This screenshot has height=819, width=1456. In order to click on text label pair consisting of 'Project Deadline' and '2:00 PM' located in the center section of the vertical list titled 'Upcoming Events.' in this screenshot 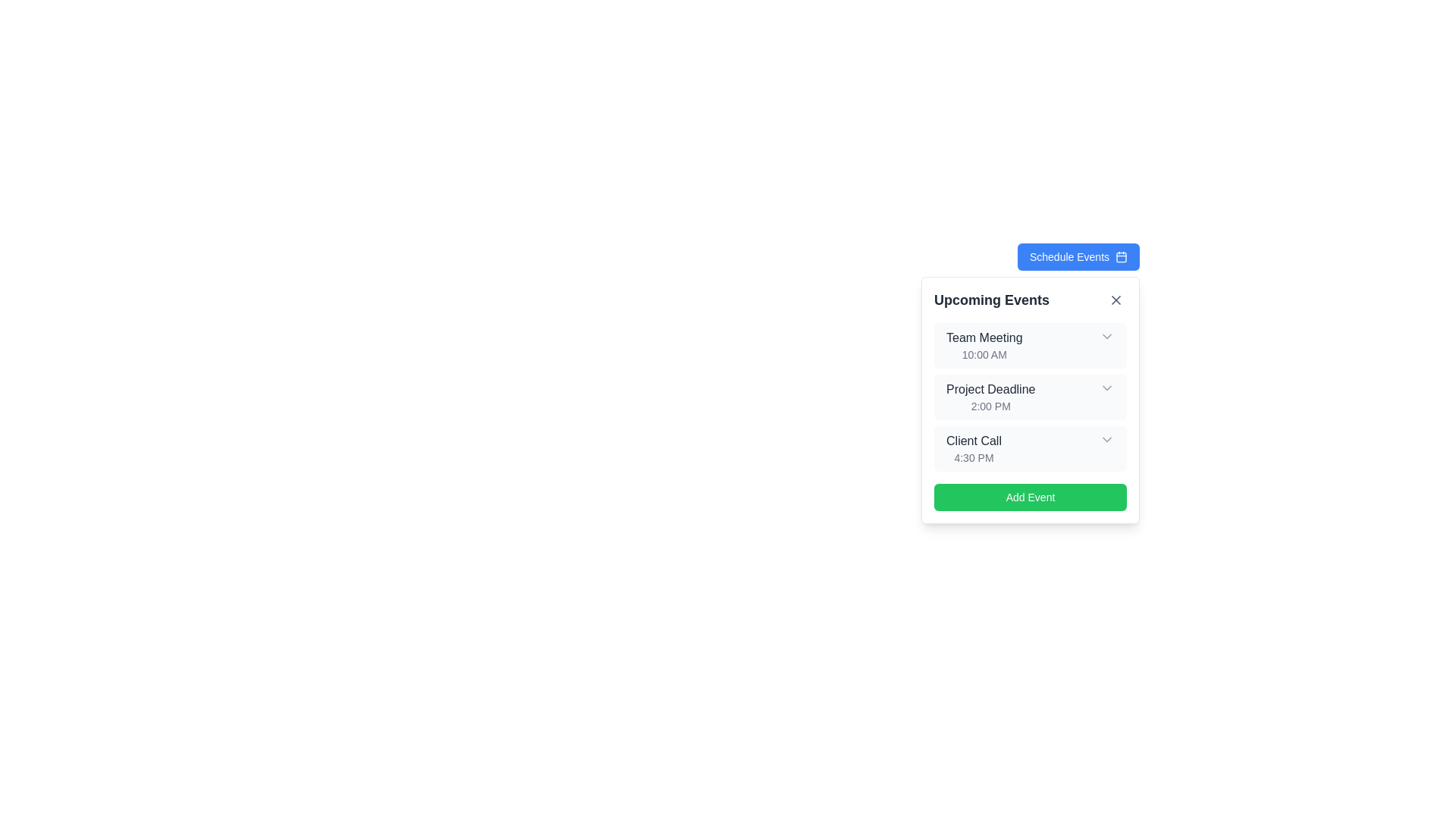, I will do `click(990, 397)`.